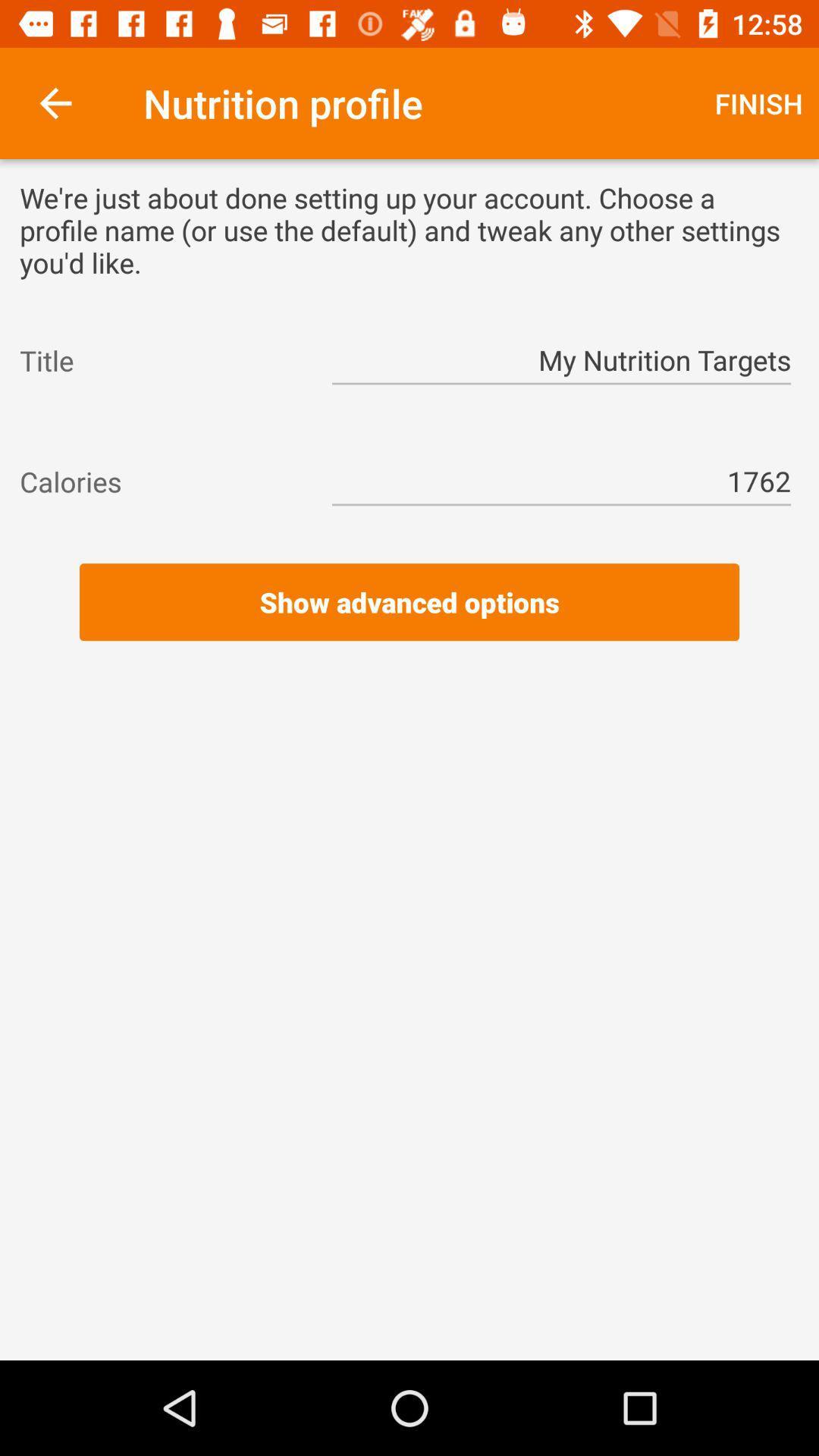 The image size is (819, 1456). I want to click on item to the right of the title icon, so click(561, 359).